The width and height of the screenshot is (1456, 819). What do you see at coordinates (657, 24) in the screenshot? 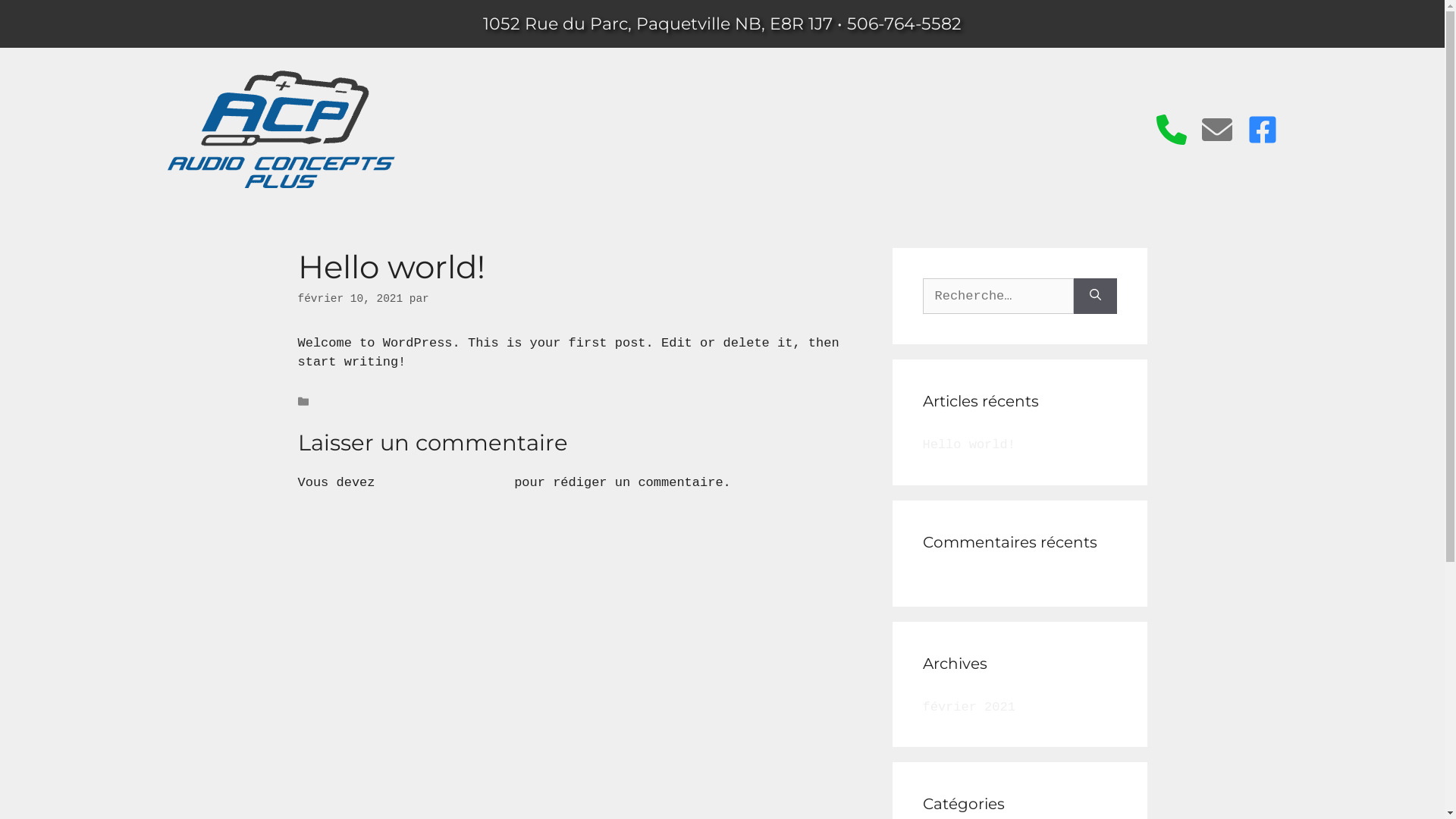
I see `'1052 Rue du Parc, Paquetville NB, E8R 1J7'` at bounding box center [657, 24].